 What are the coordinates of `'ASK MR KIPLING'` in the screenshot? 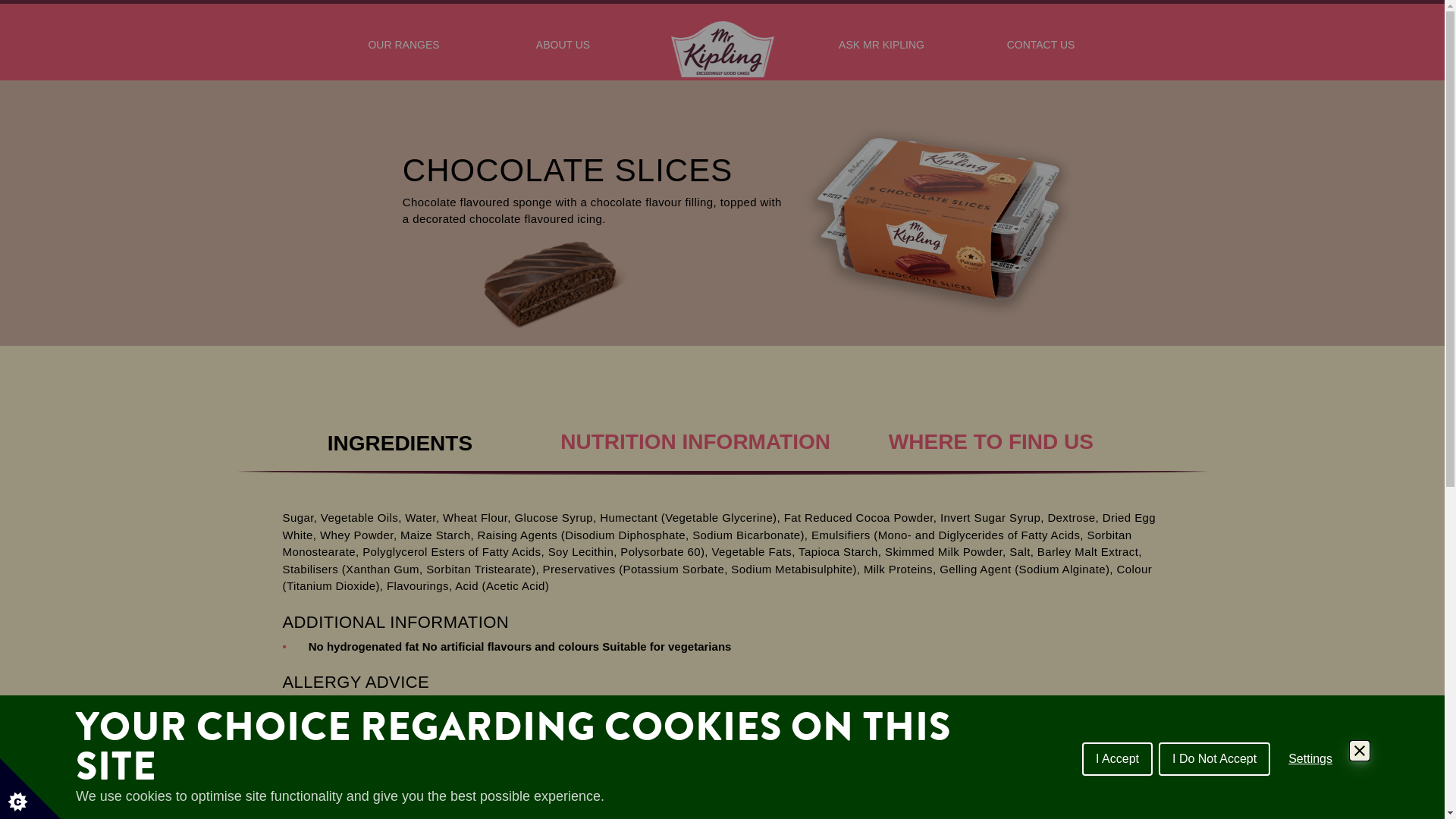 It's located at (881, 52).